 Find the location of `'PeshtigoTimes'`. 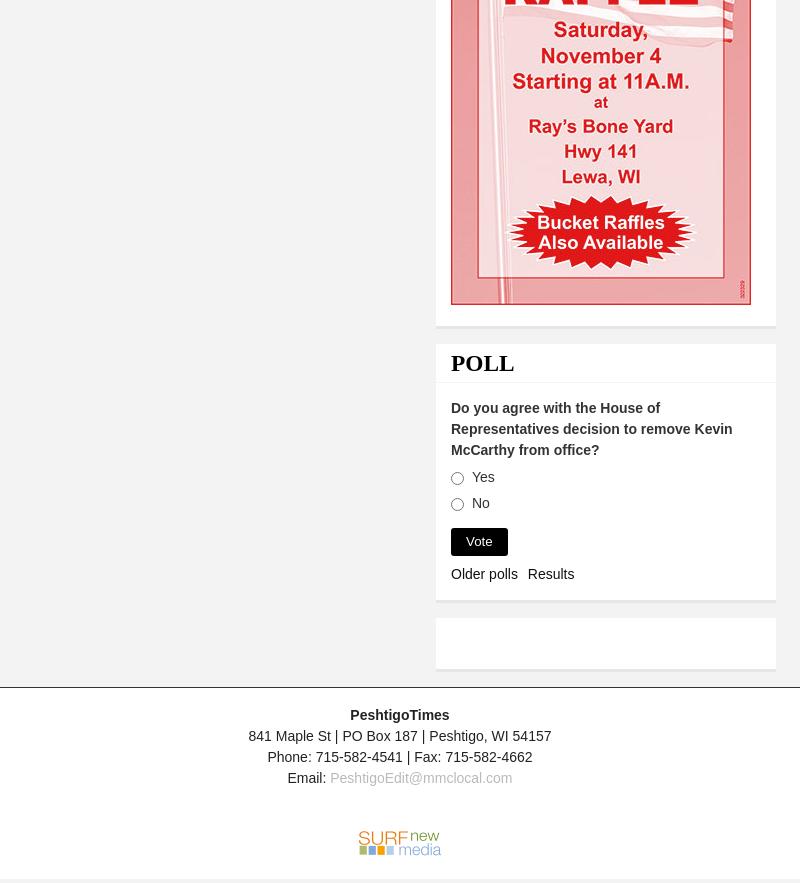

'PeshtigoTimes' is located at coordinates (398, 713).